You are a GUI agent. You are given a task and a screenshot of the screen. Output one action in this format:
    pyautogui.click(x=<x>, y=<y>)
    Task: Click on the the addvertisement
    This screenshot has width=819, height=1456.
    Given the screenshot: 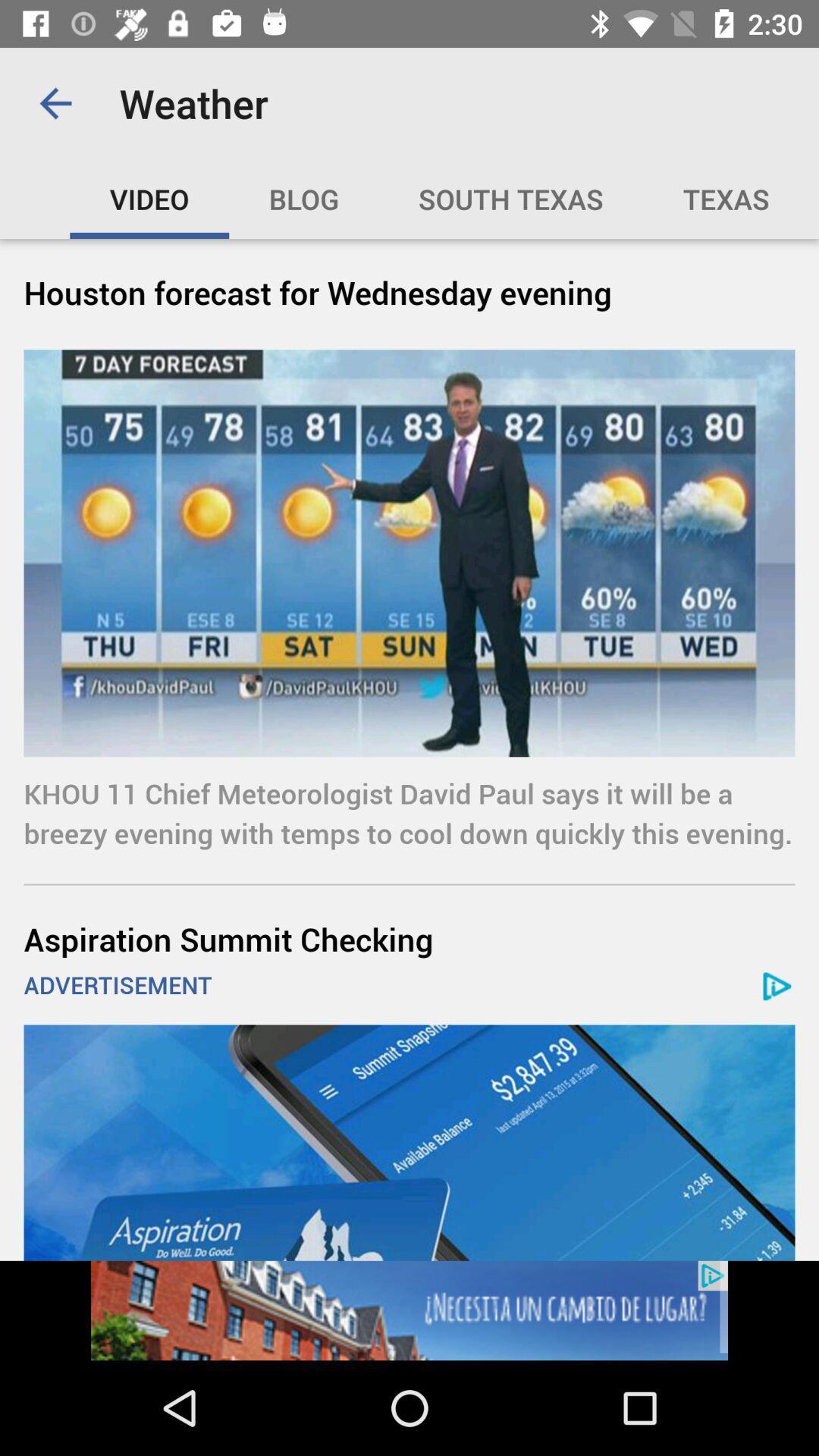 What is the action you would take?
    pyautogui.click(x=409, y=1143)
    